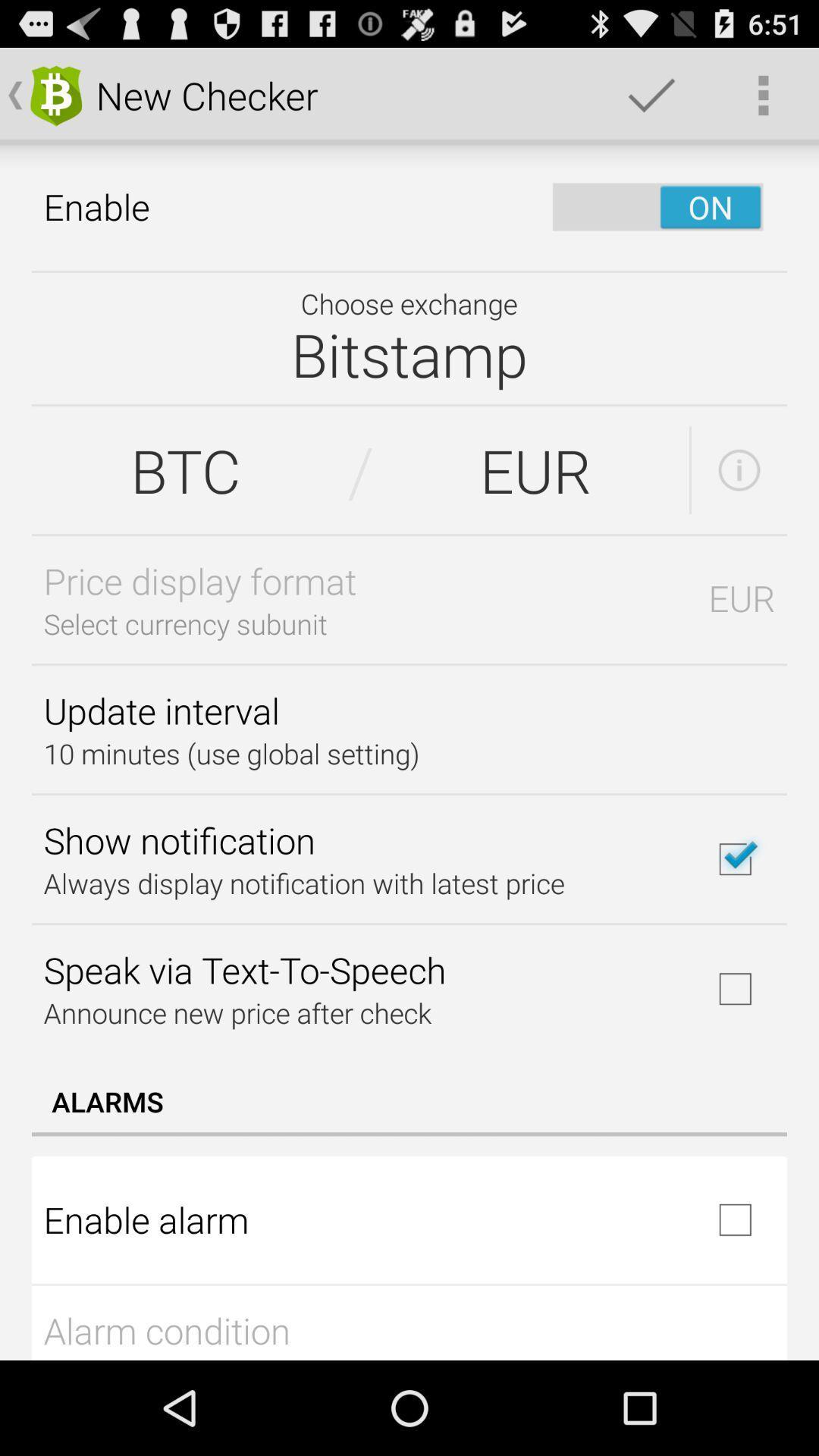 The height and width of the screenshot is (1456, 819). I want to click on the info icon, so click(739, 503).